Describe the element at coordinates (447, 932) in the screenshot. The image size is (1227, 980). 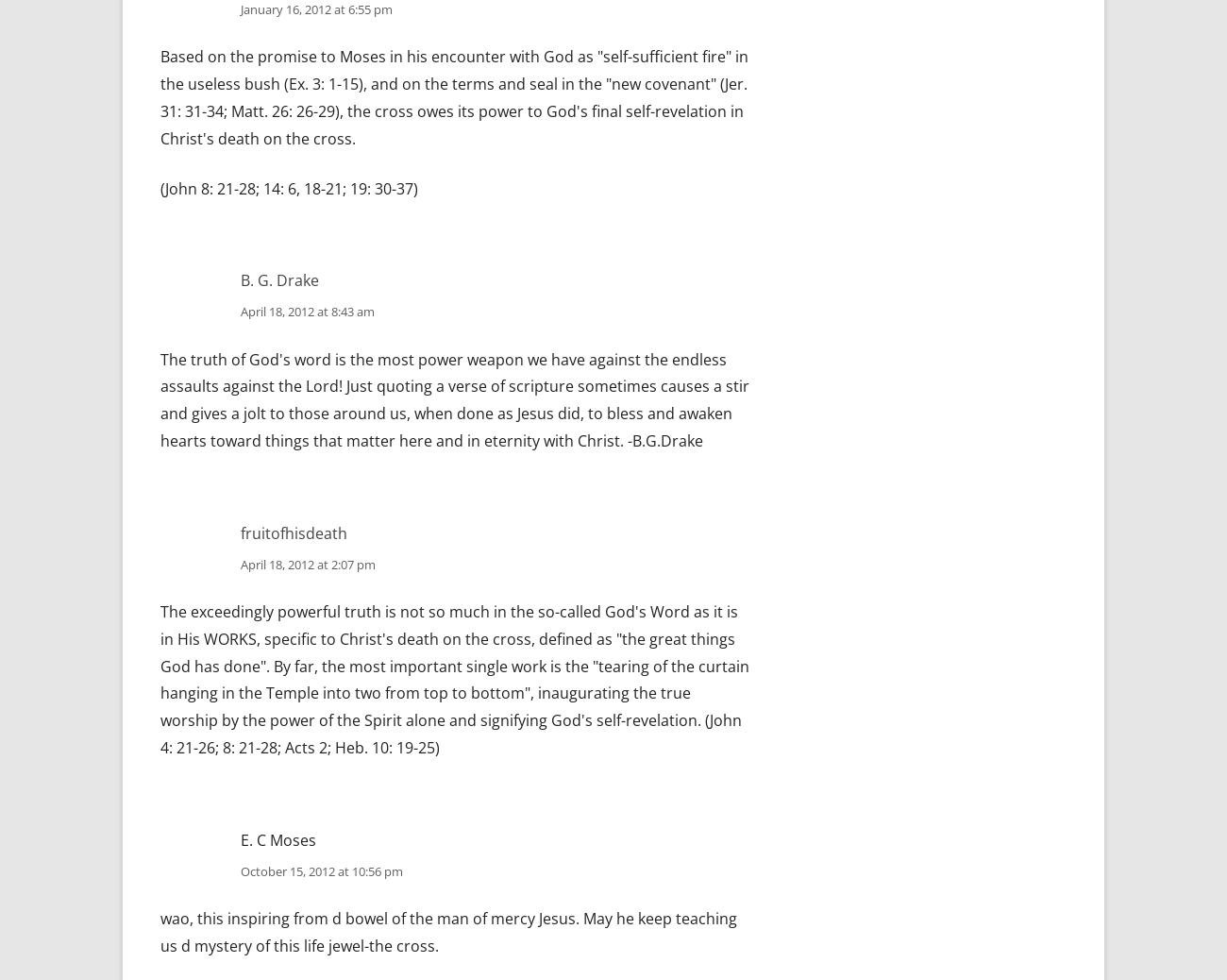
I see `'wao, this inspiring from d bowel of the man of mercy Jesus. May he keep teaching us d mystery of this life jewel-the cross.'` at that location.